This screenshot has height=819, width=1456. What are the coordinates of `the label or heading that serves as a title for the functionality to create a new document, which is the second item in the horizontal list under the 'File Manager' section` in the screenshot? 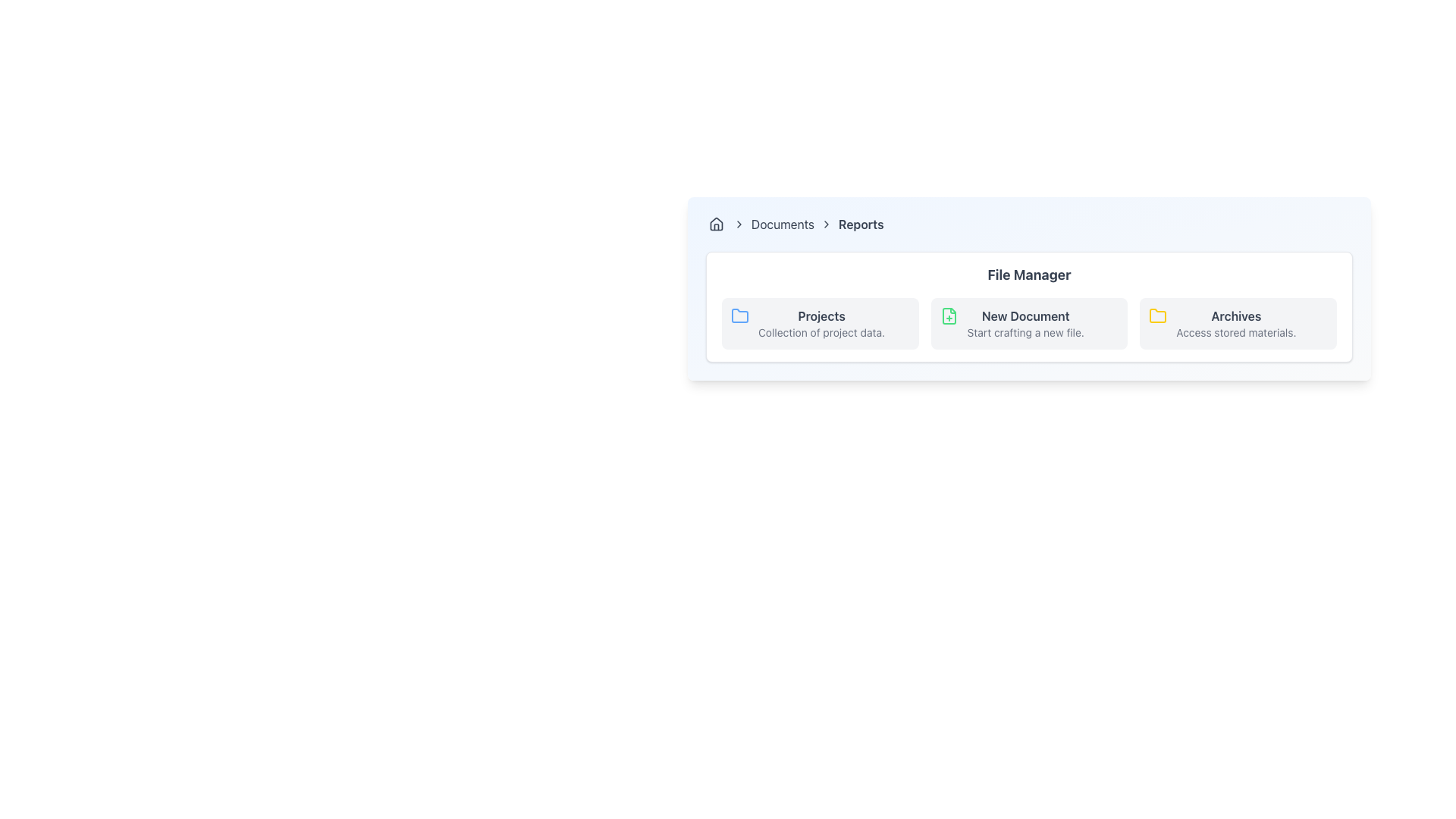 It's located at (1025, 315).